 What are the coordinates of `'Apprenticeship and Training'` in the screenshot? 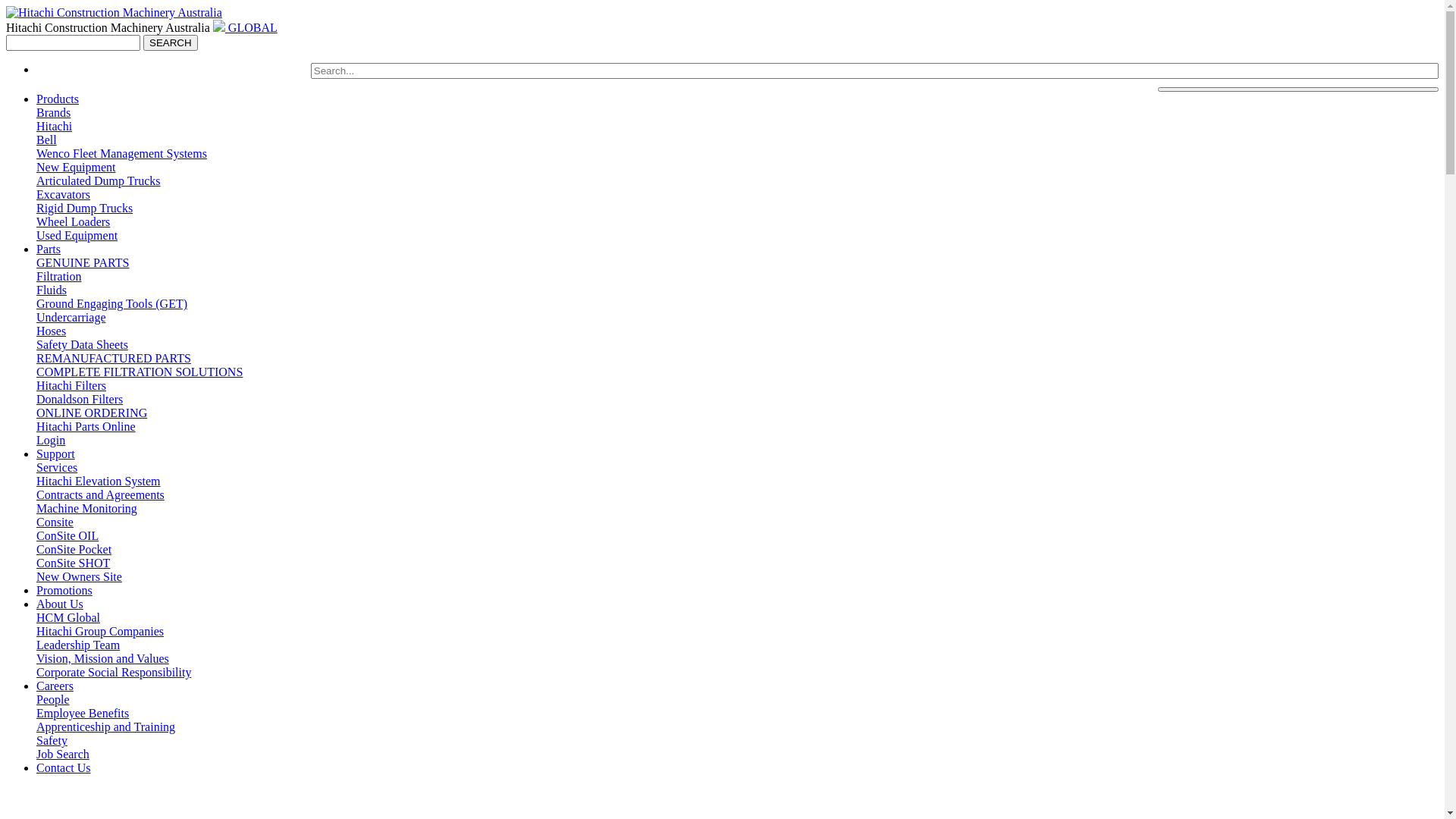 It's located at (36, 726).